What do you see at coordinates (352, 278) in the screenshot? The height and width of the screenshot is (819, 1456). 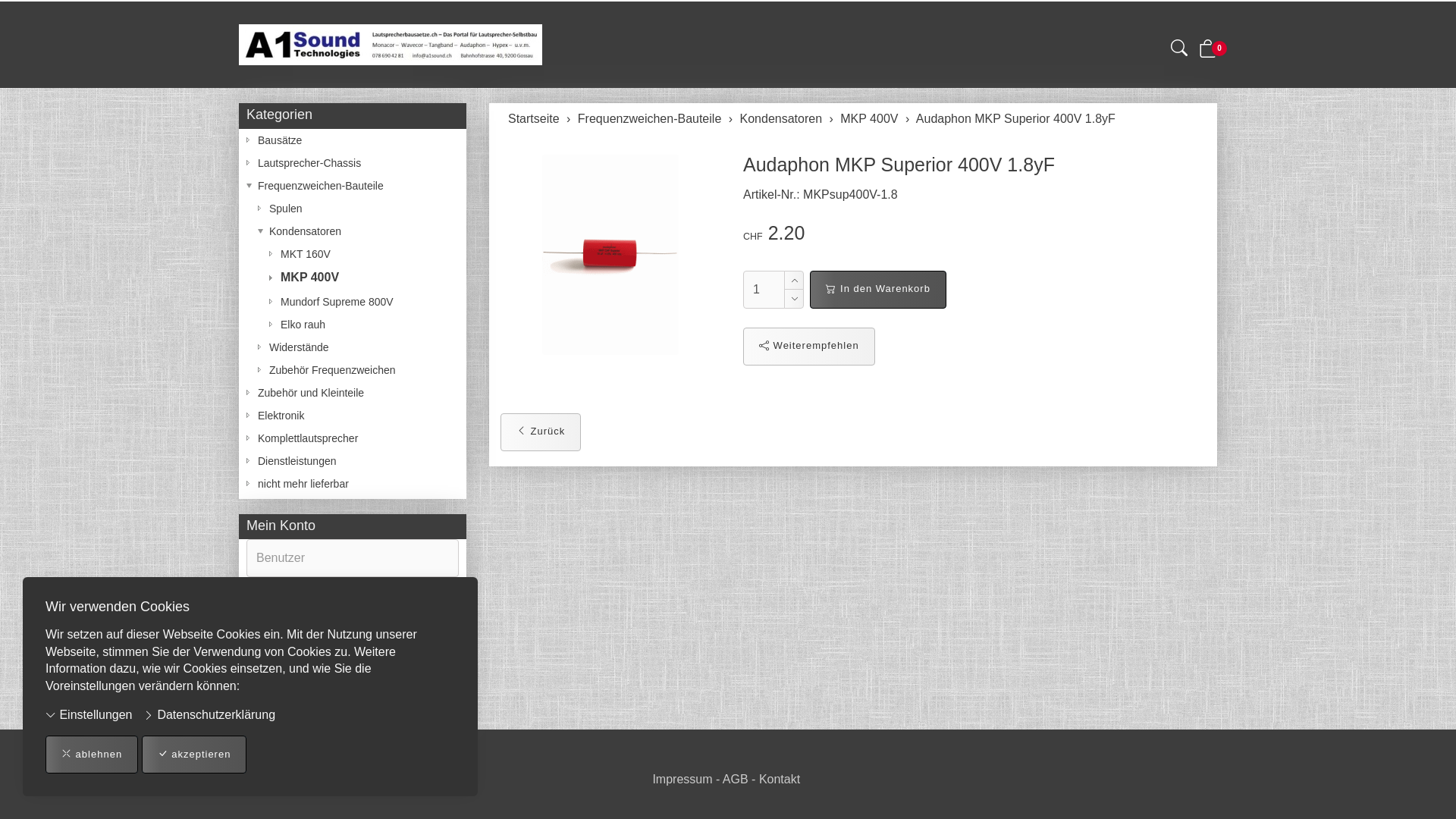 I see `'MKP 400V'` at bounding box center [352, 278].